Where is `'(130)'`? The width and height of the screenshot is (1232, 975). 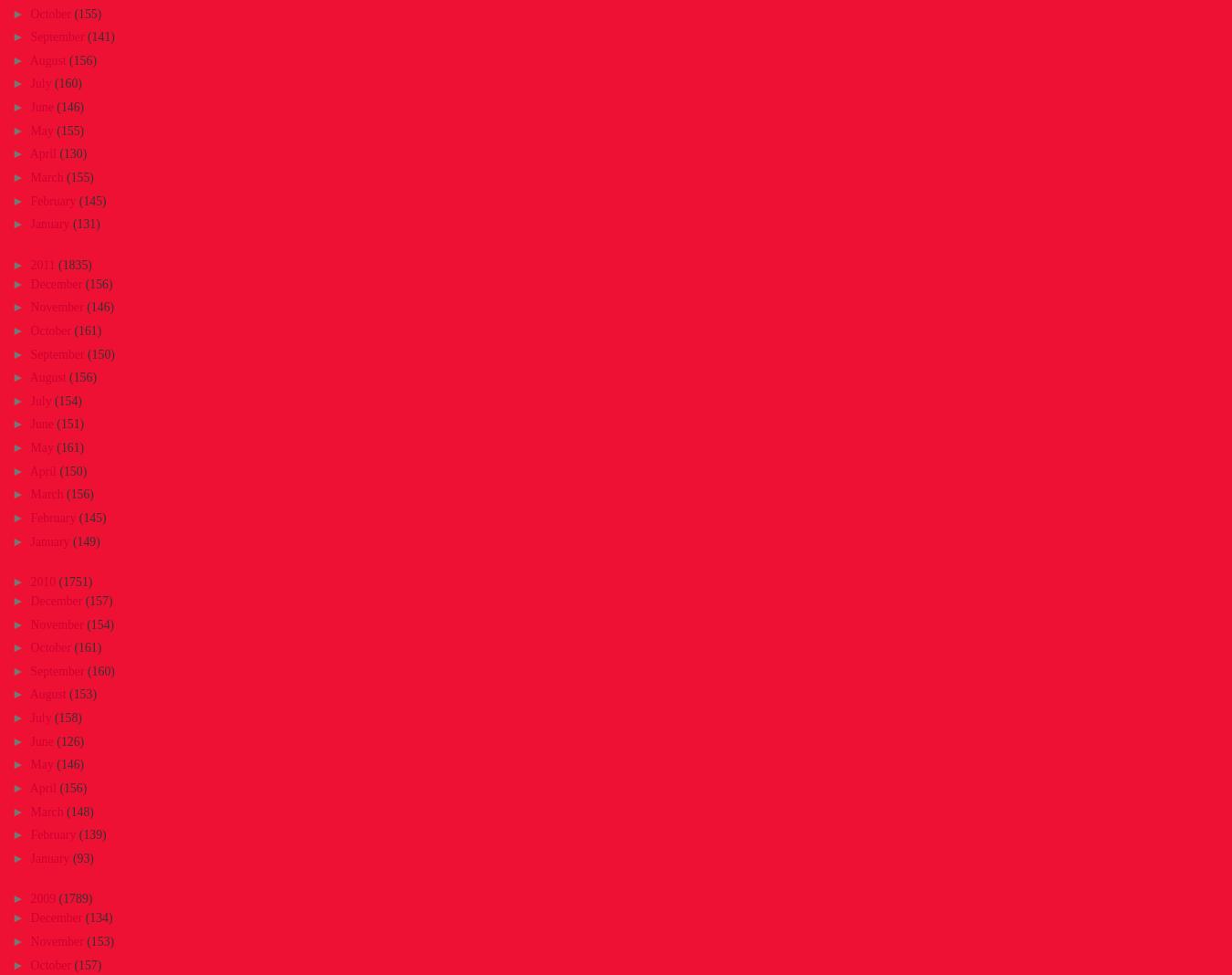
'(130)' is located at coordinates (72, 153).